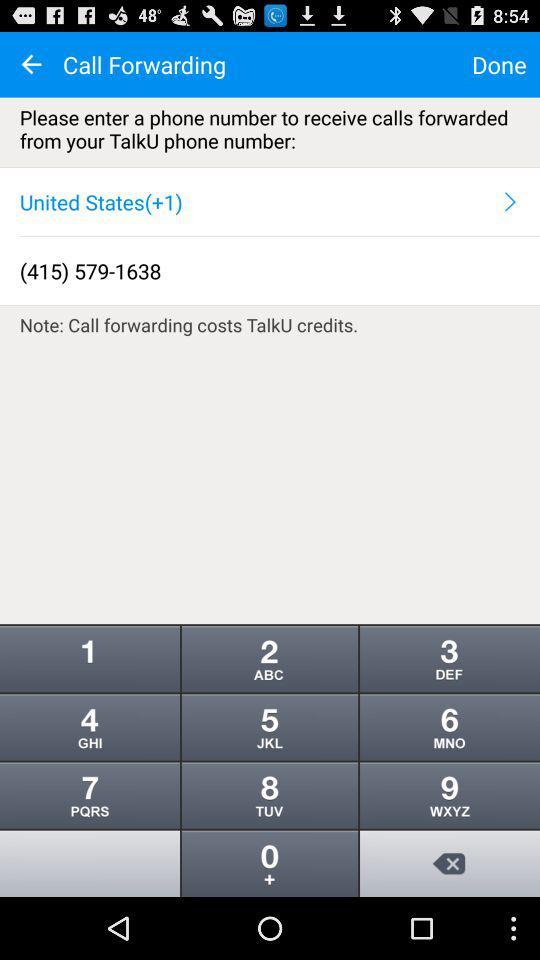  Describe the element at coordinates (449, 850) in the screenshot. I see `the more icon` at that location.